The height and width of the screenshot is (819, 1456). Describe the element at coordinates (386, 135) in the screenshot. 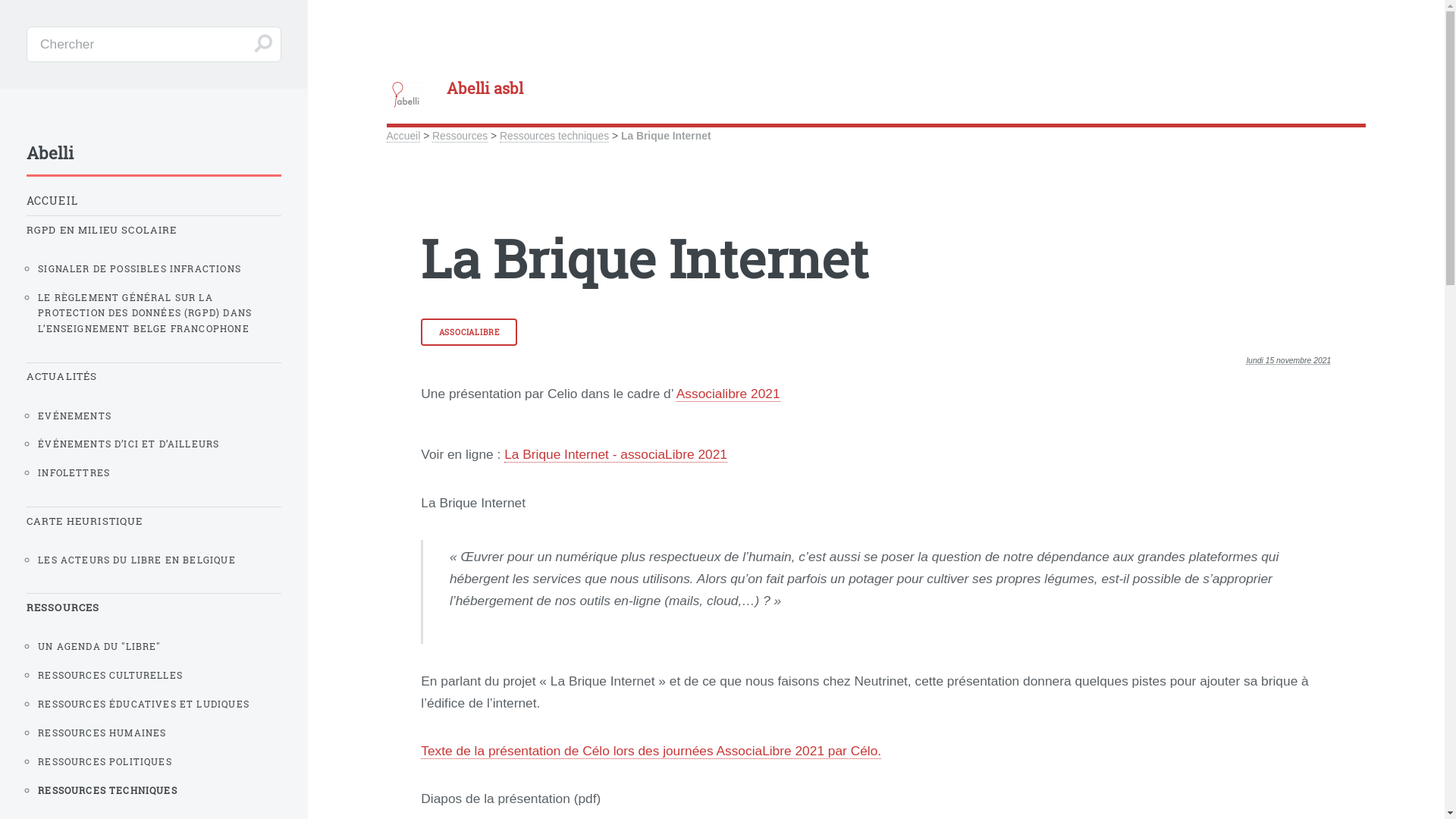

I see `'Accueil'` at that location.